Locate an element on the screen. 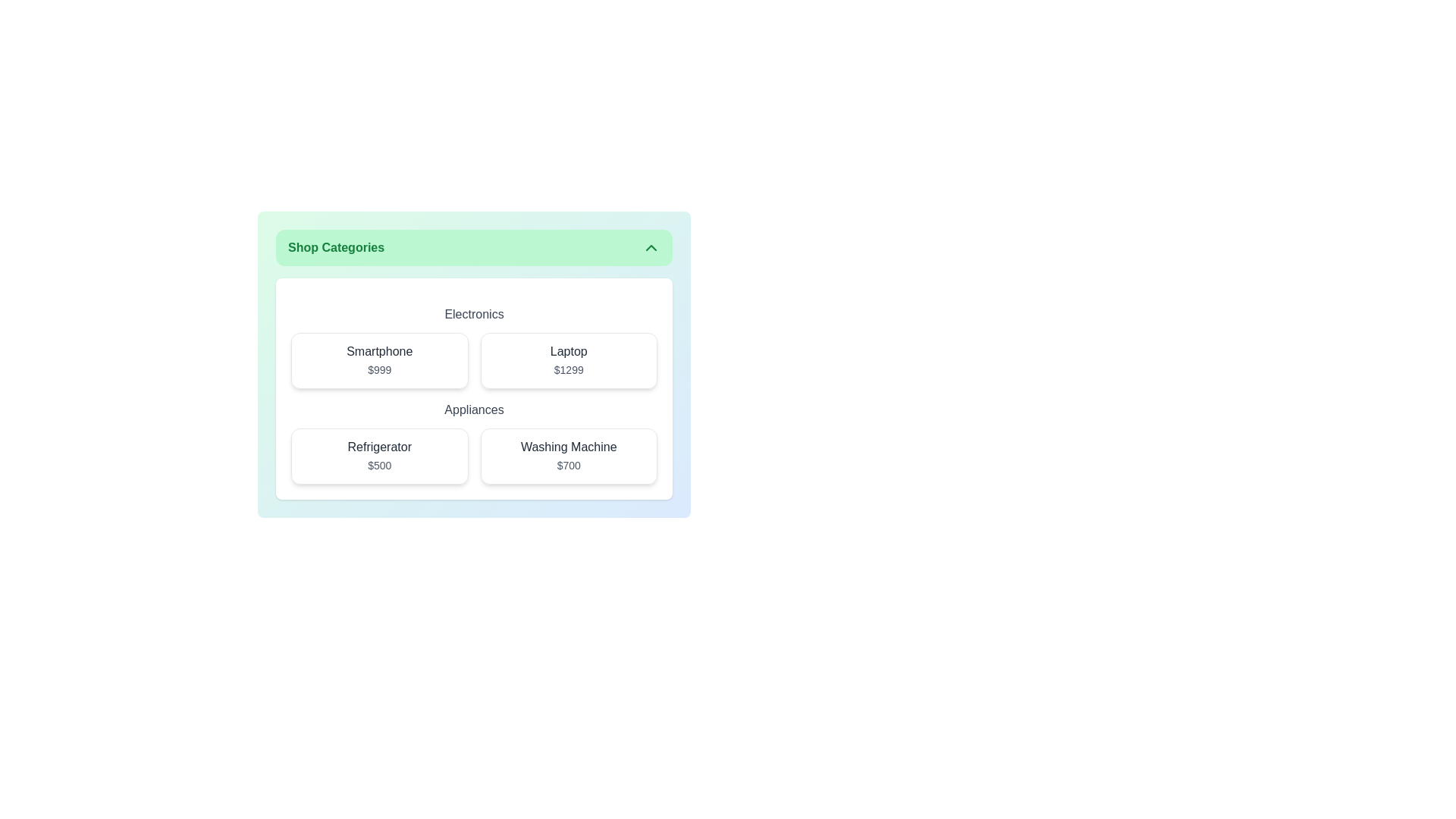 This screenshot has height=819, width=1456. the Static Text Label displaying the price '$1299' for accessibility purposes is located at coordinates (568, 370).